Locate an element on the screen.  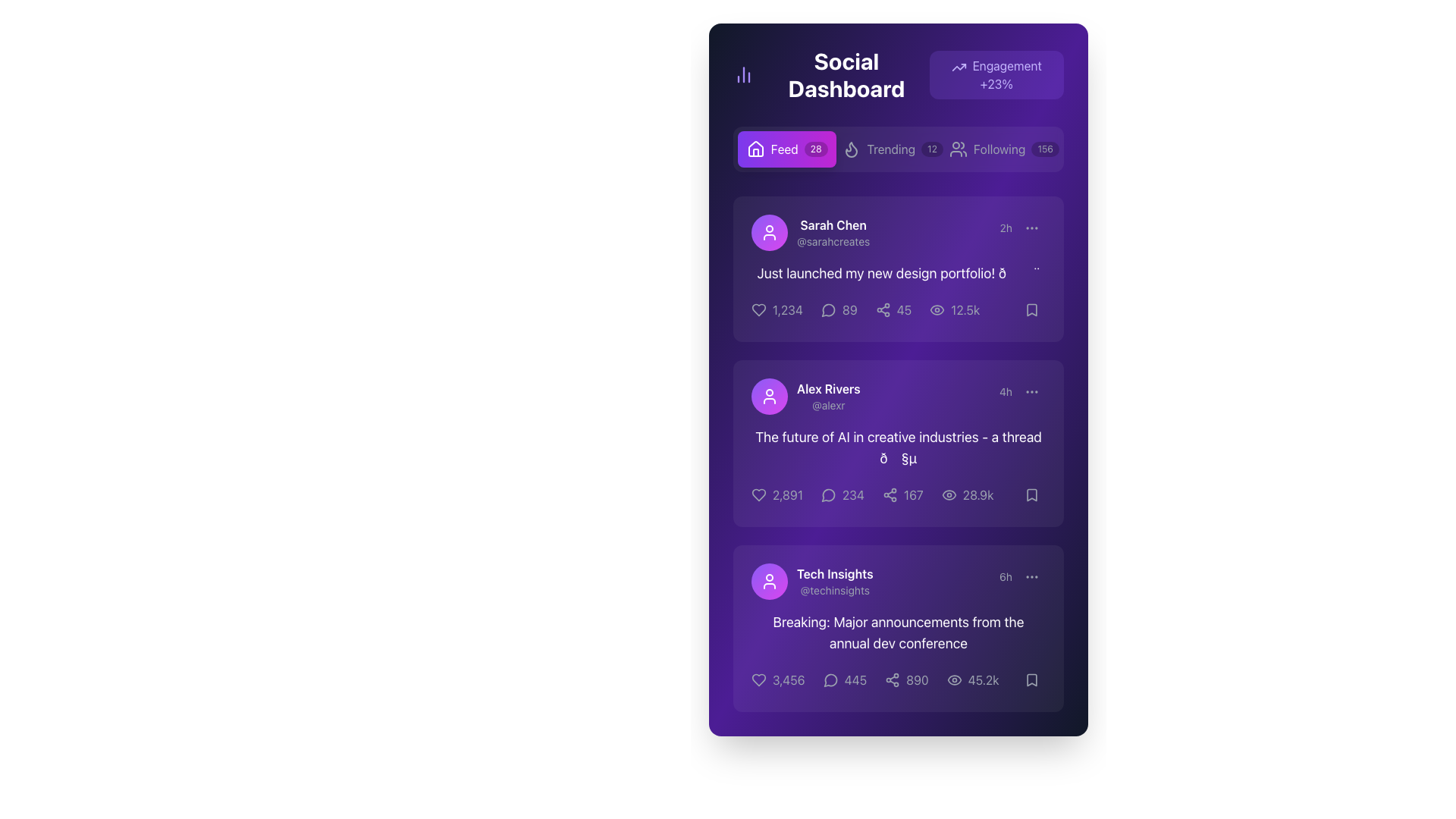
the chat or comment icon located at the center of the icon widget in the top left corner of the app's content area to initiate a comment is located at coordinates (827, 309).